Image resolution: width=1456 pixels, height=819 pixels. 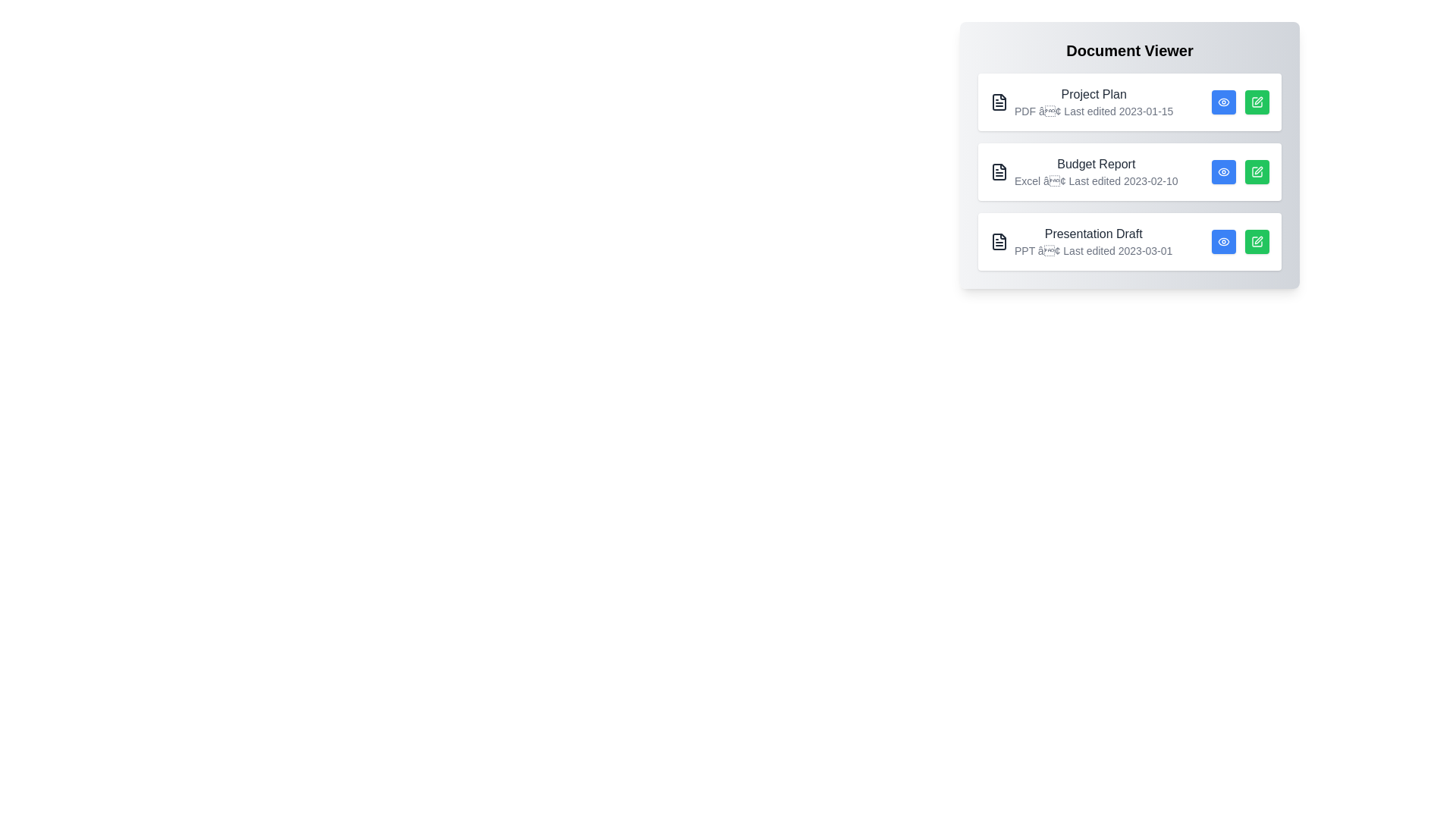 I want to click on the icon corresponding to Project Plan to display its tooltip, so click(x=999, y=102).